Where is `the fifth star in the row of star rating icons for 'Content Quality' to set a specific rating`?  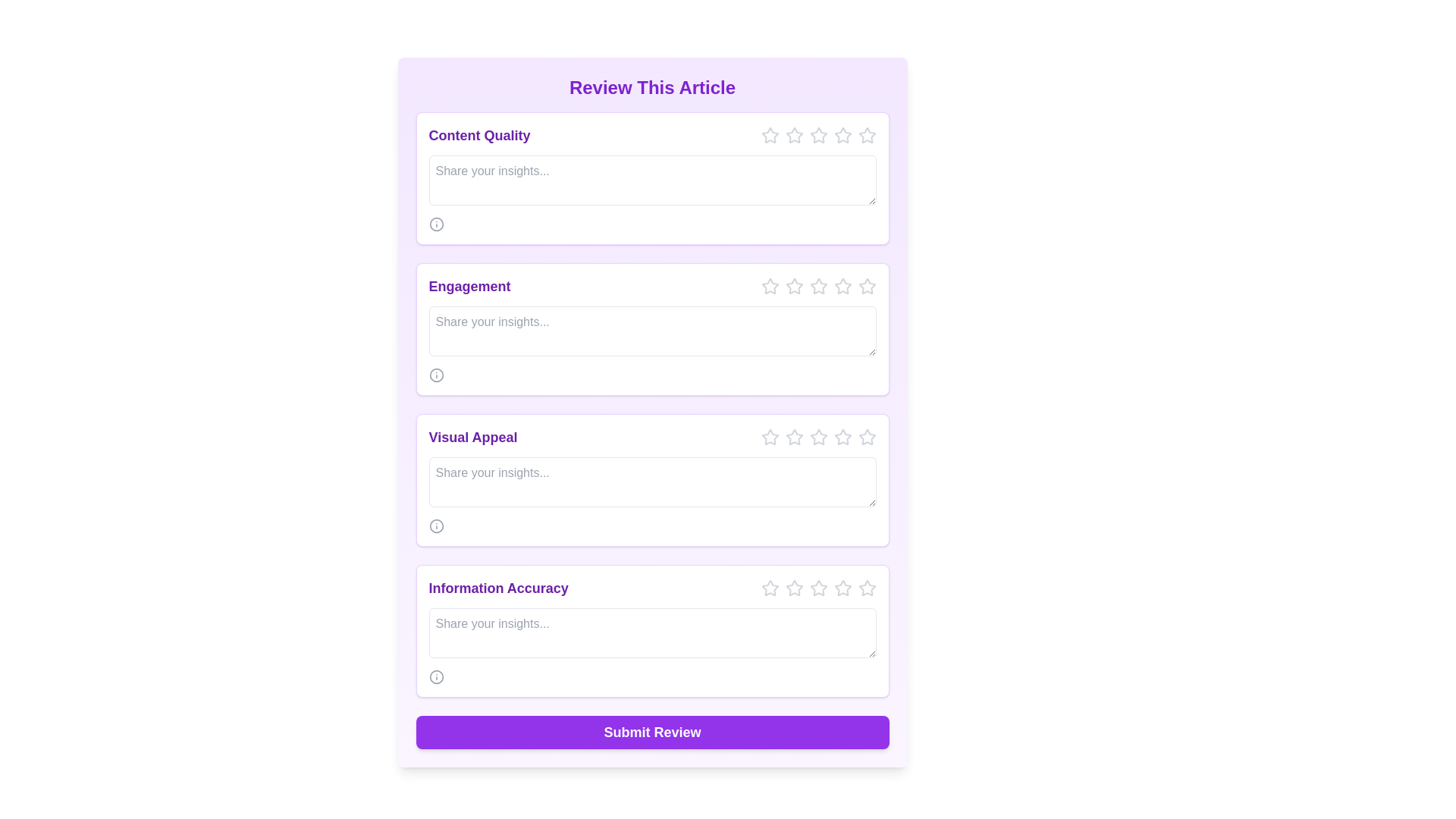
the fifth star in the row of star rating icons for 'Content Quality' to set a specific rating is located at coordinates (866, 133).